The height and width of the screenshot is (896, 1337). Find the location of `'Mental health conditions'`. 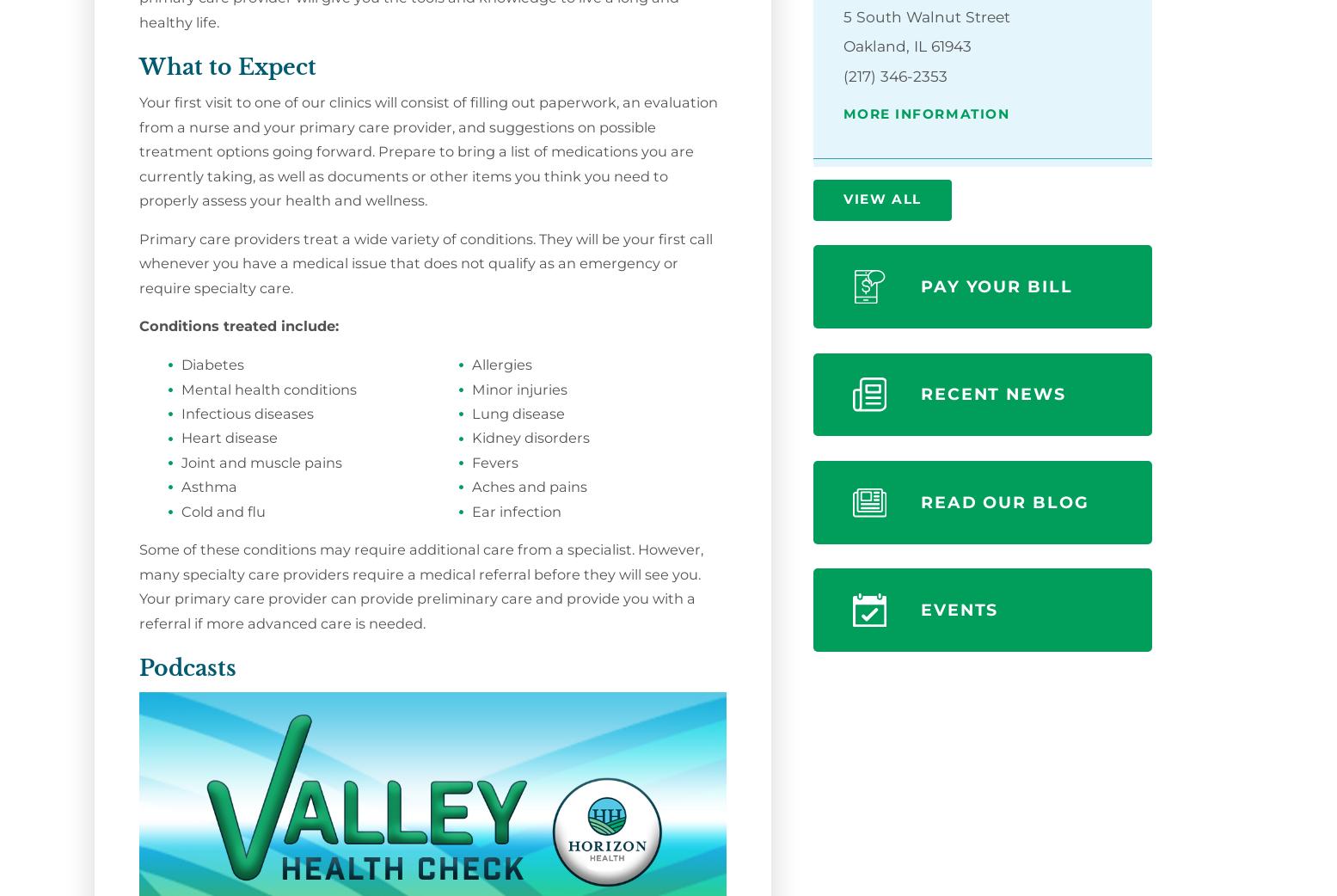

'Mental health conditions' is located at coordinates (267, 389).